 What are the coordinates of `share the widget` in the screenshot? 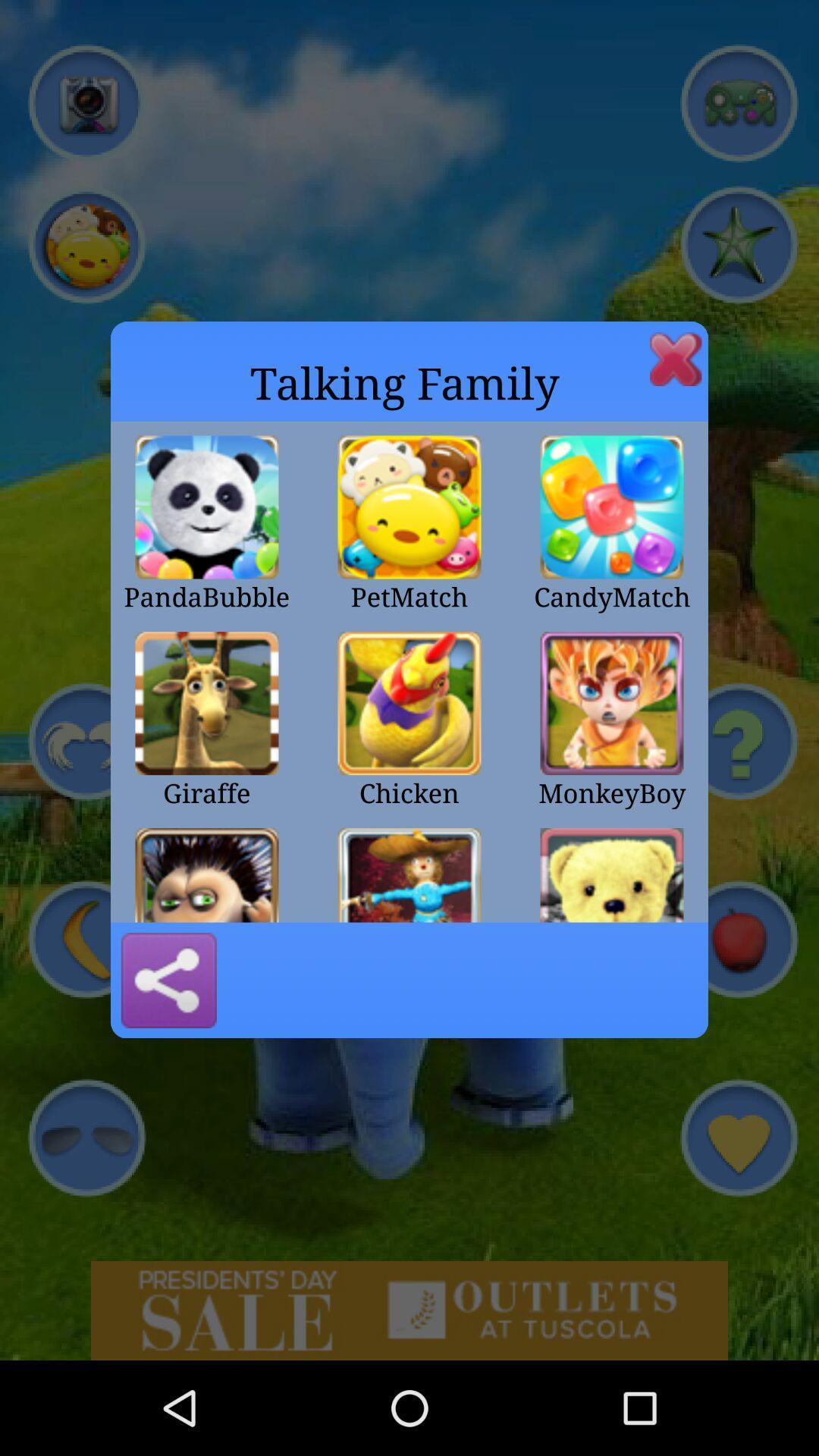 It's located at (168, 980).